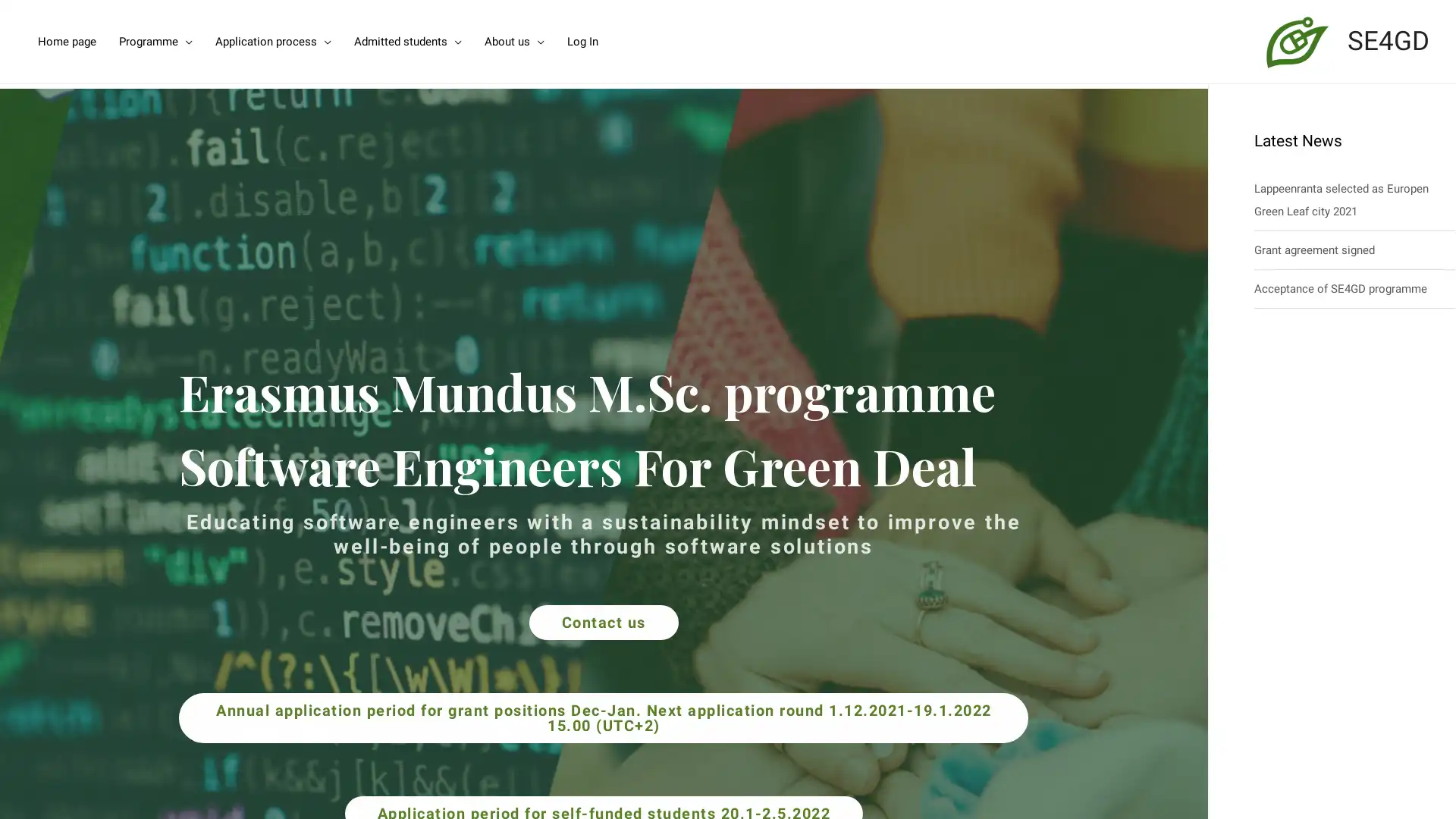 The height and width of the screenshot is (819, 1456). Describe the element at coordinates (602, 622) in the screenshot. I see `Contact us` at that location.